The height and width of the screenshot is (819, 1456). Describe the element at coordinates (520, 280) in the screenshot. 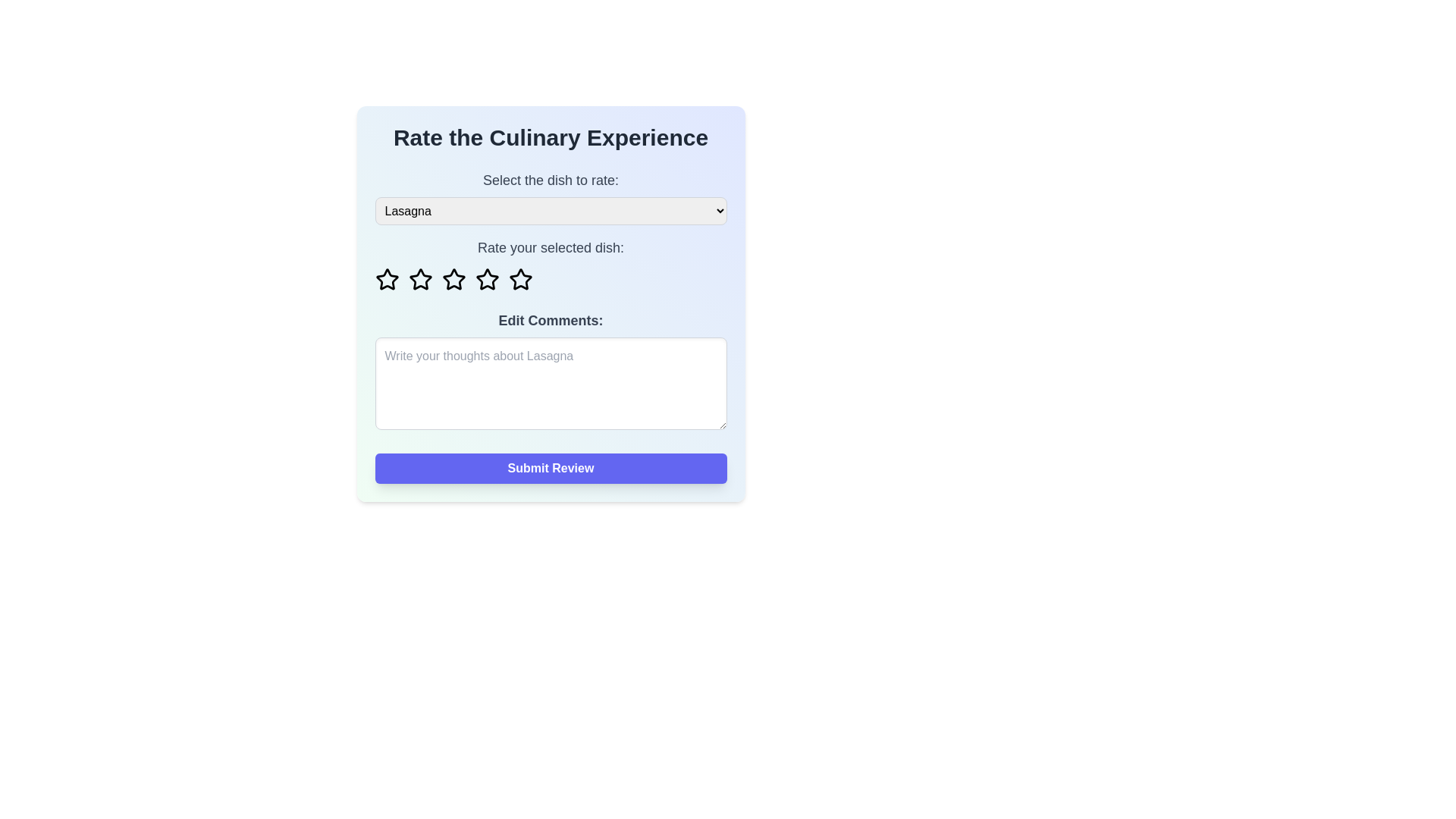

I see `the fifth star icon in the rating system, located below the label 'Rate your selected dish:'` at that location.